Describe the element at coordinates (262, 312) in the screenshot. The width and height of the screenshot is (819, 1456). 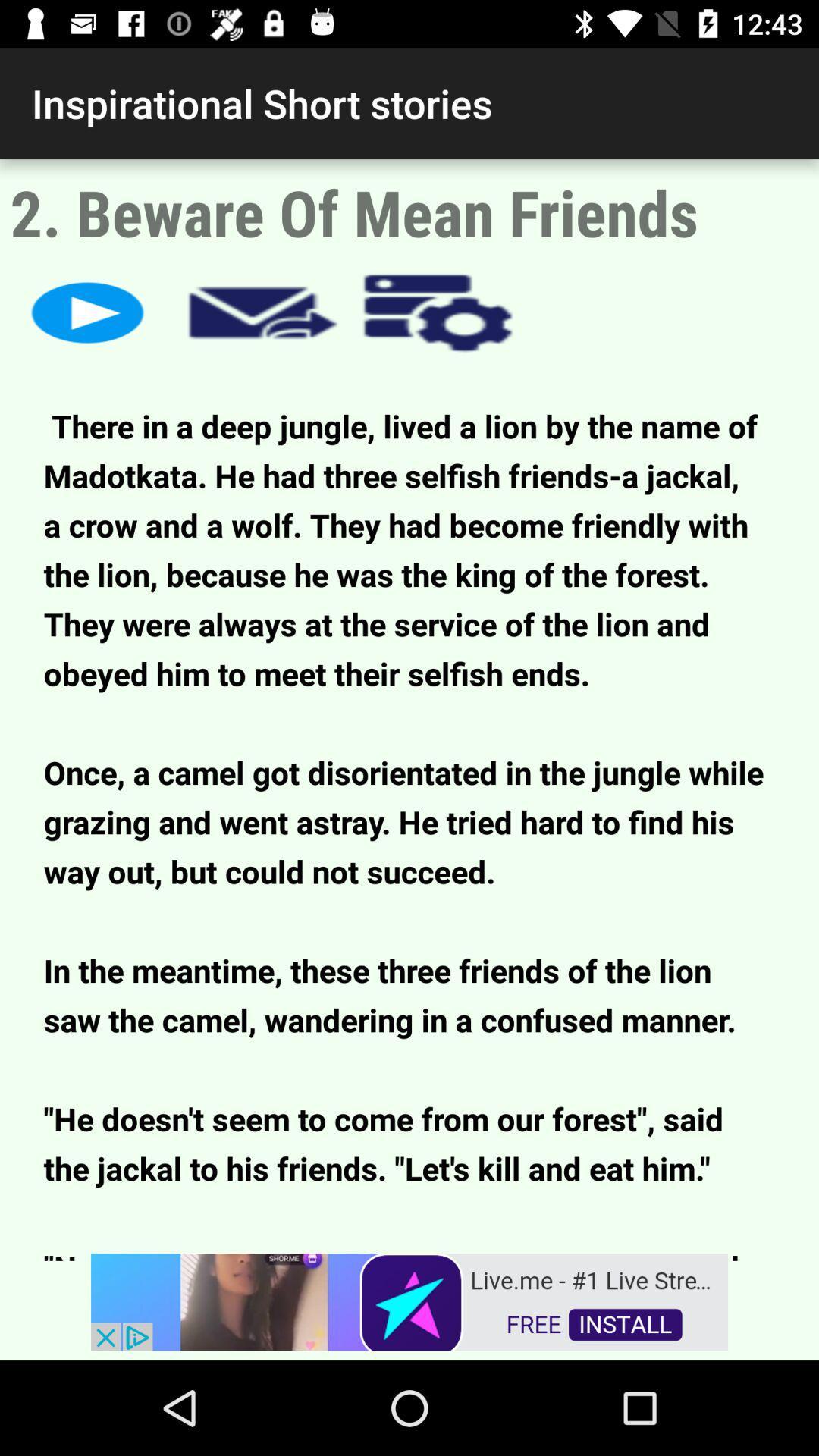
I see `share with friends or send a message` at that location.